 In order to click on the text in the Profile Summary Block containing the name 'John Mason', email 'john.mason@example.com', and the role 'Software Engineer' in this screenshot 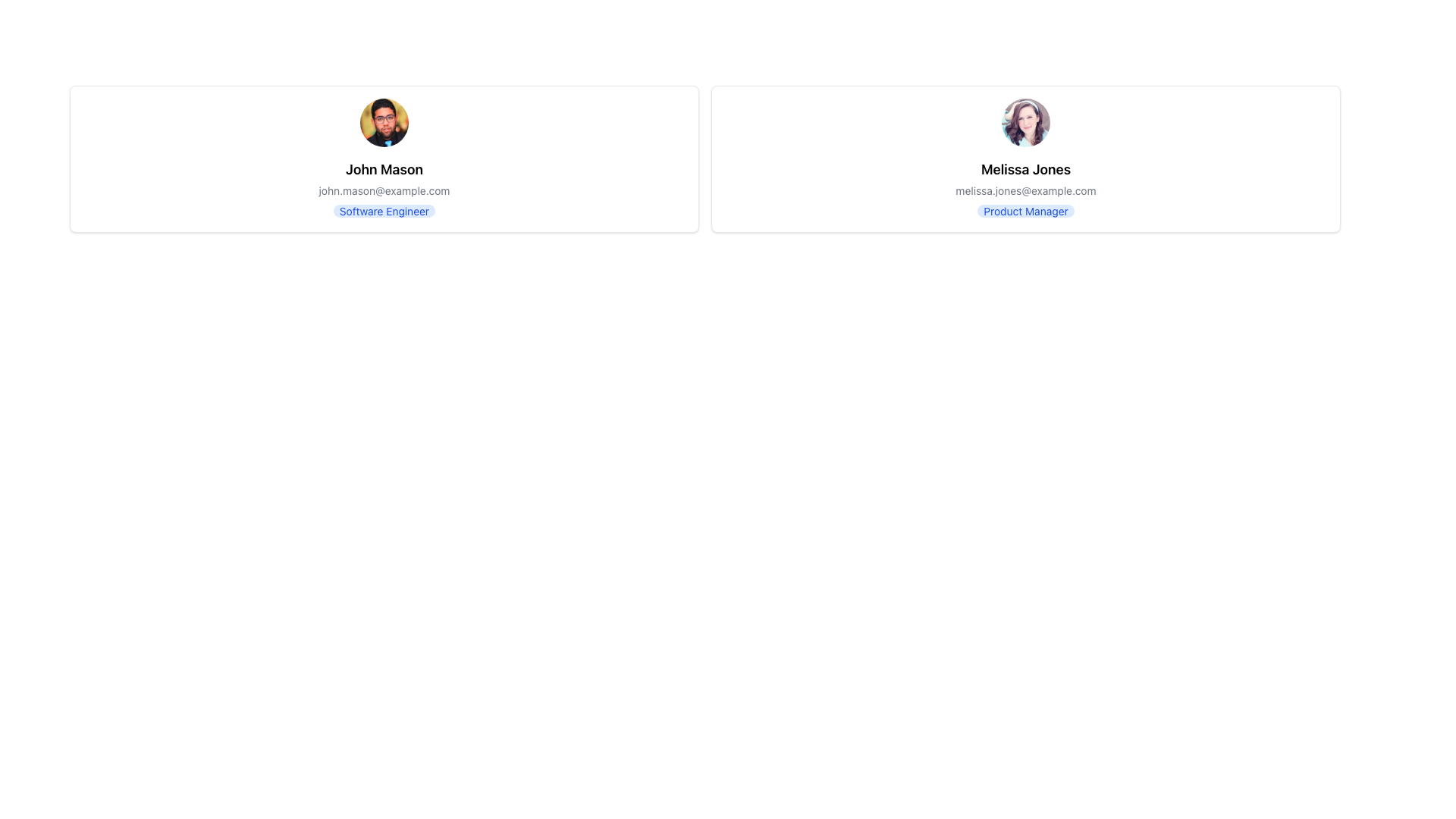, I will do `click(384, 189)`.